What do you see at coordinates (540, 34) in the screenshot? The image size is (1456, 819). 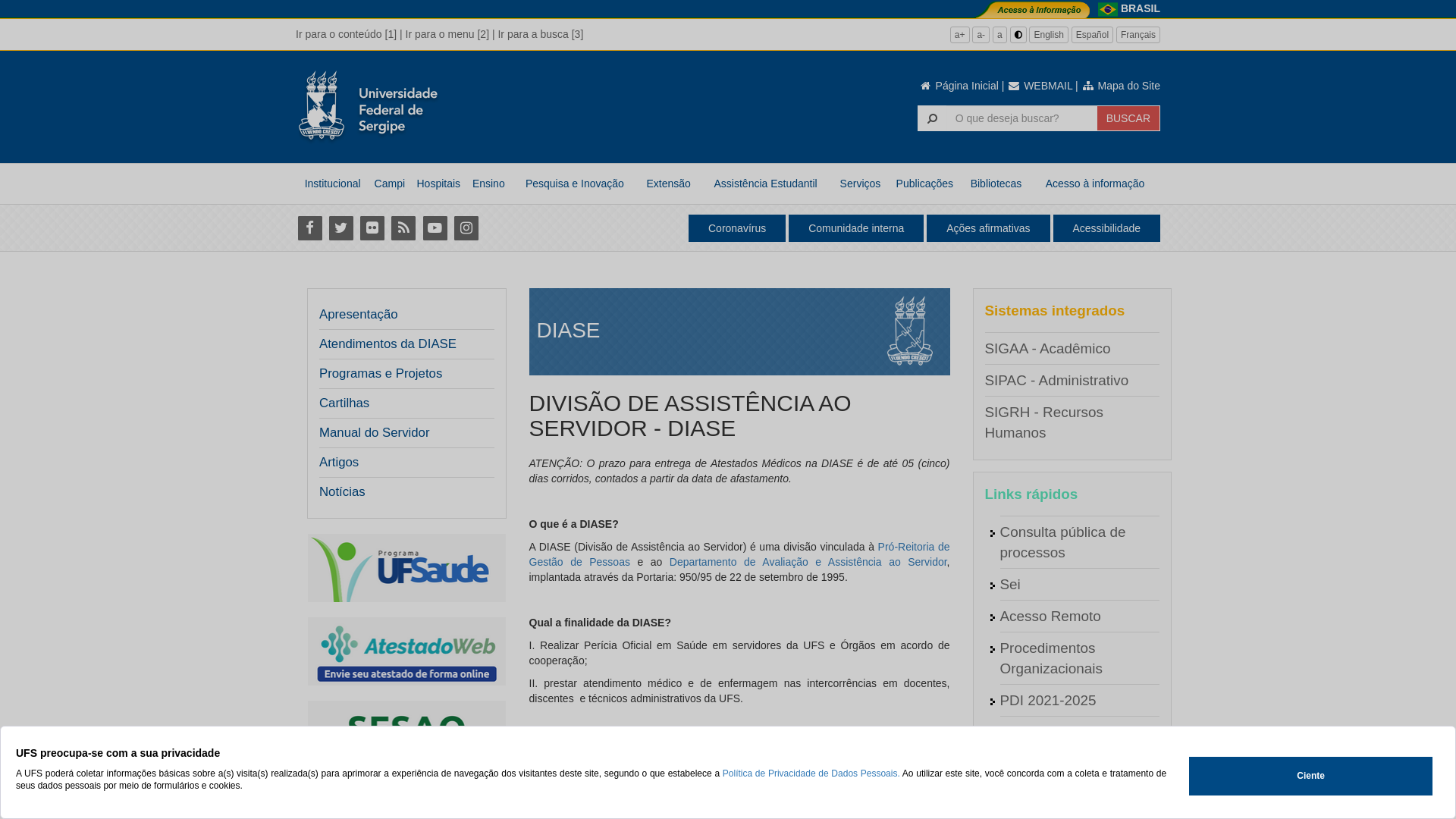 I see `'Ir para a busca [3]'` at bounding box center [540, 34].